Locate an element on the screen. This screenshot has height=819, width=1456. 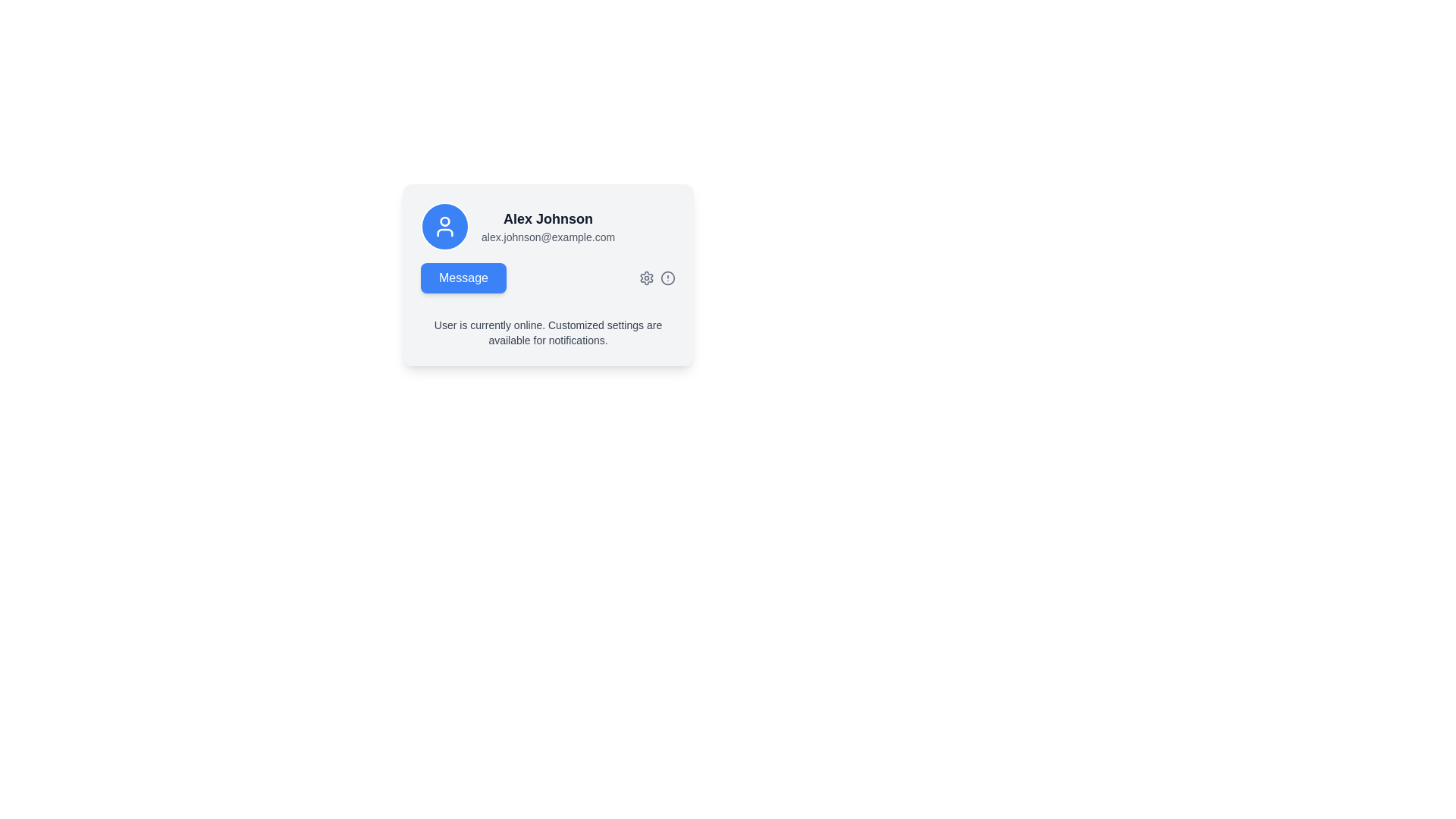
the user icon SVG graphic with a blue background located in the upper-left section of the card layout, positioned above the name and email text fields is located at coordinates (444, 227).